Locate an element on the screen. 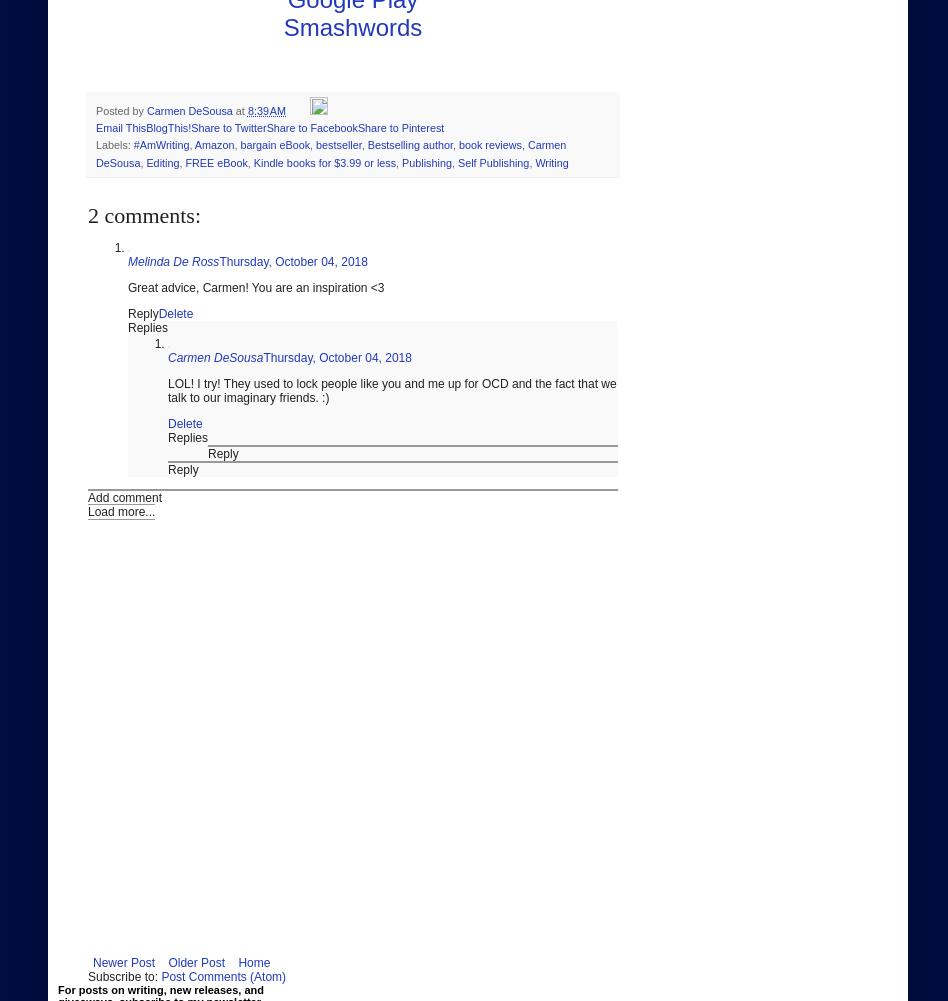 This screenshot has height=1001, width=948. 'Posted by' is located at coordinates (120, 109).